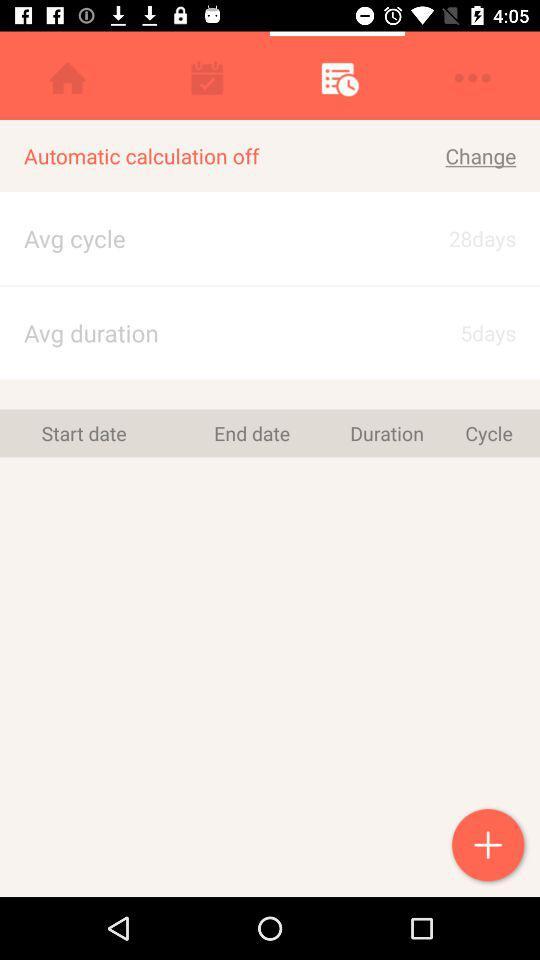  What do you see at coordinates (189, 238) in the screenshot?
I see `app next to the change item` at bounding box center [189, 238].